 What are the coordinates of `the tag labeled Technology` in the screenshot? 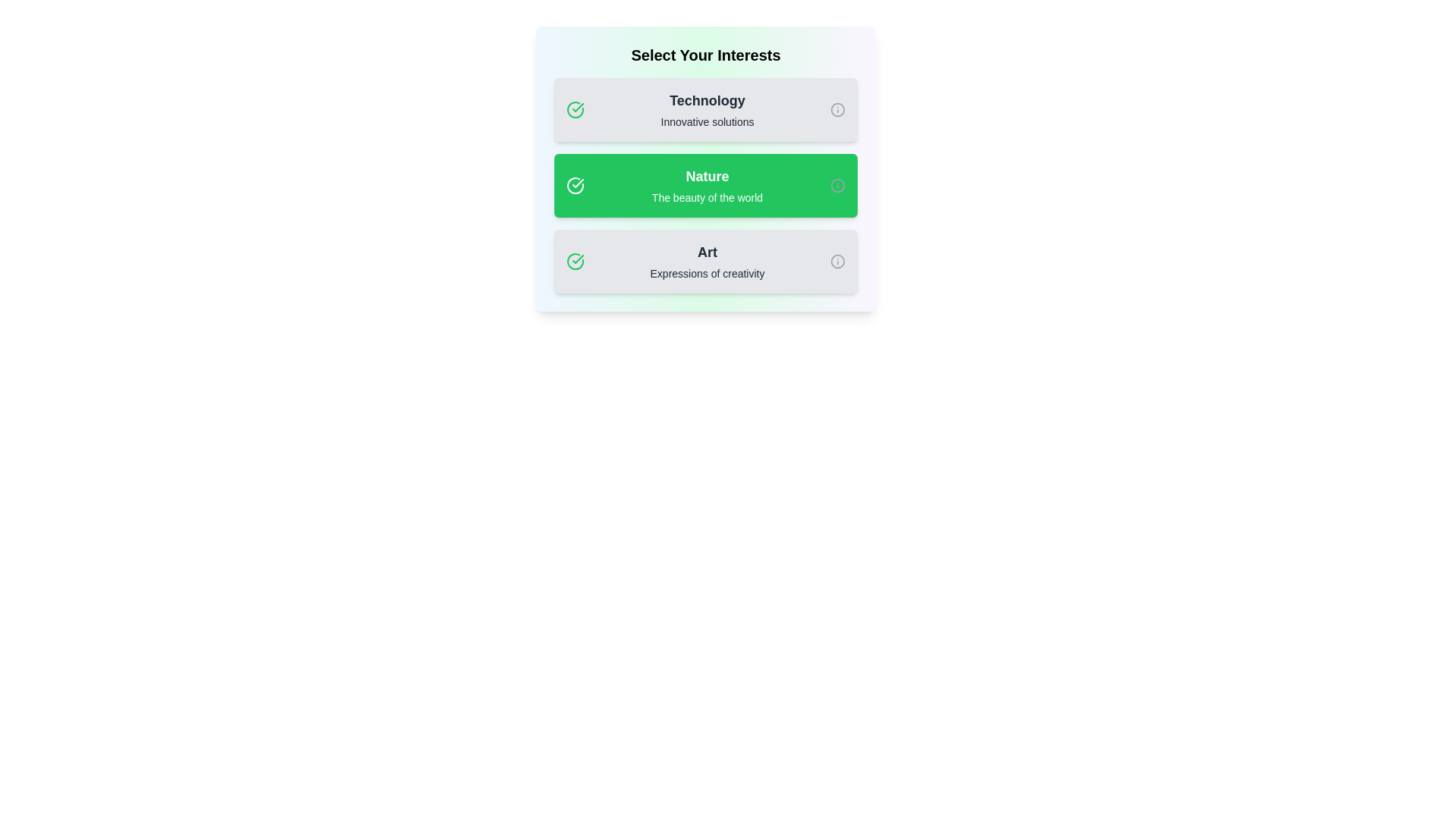 It's located at (705, 109).